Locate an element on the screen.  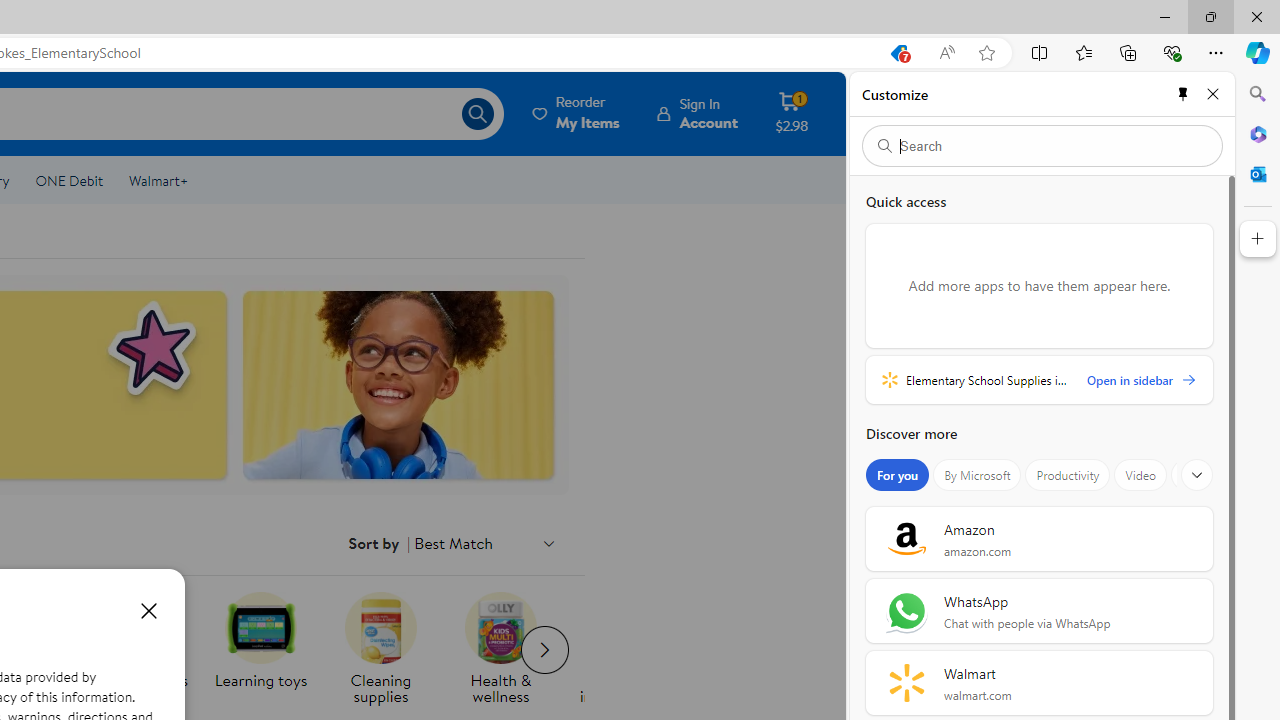
'Video' is located at coordinates (1140, 475).